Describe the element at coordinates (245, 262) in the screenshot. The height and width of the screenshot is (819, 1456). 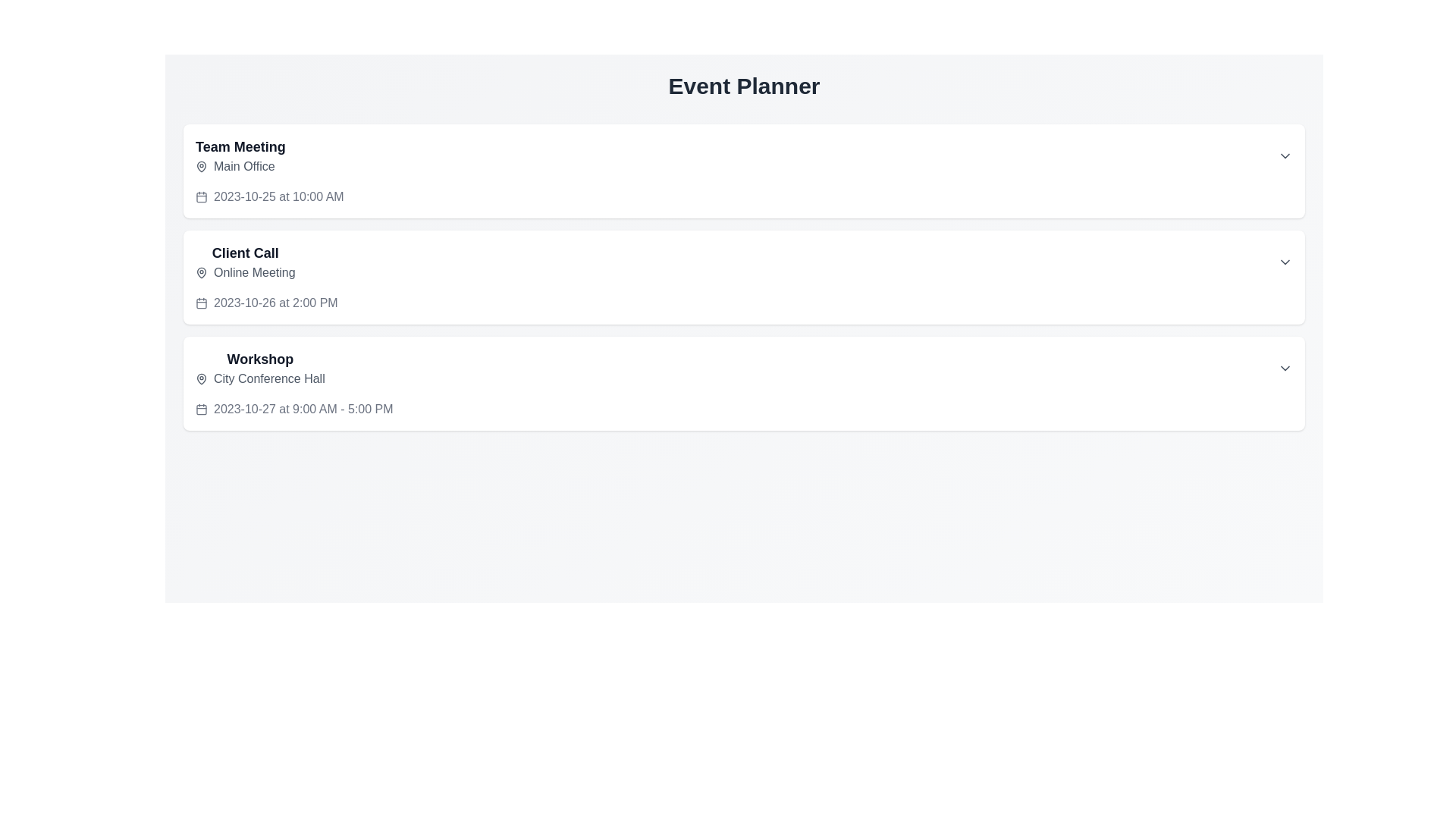
I see `the text label that provides essential details about a scheduled event, specifically its title and meeting format, located between 'Team Meeting' and 'Workshop'` at that location.